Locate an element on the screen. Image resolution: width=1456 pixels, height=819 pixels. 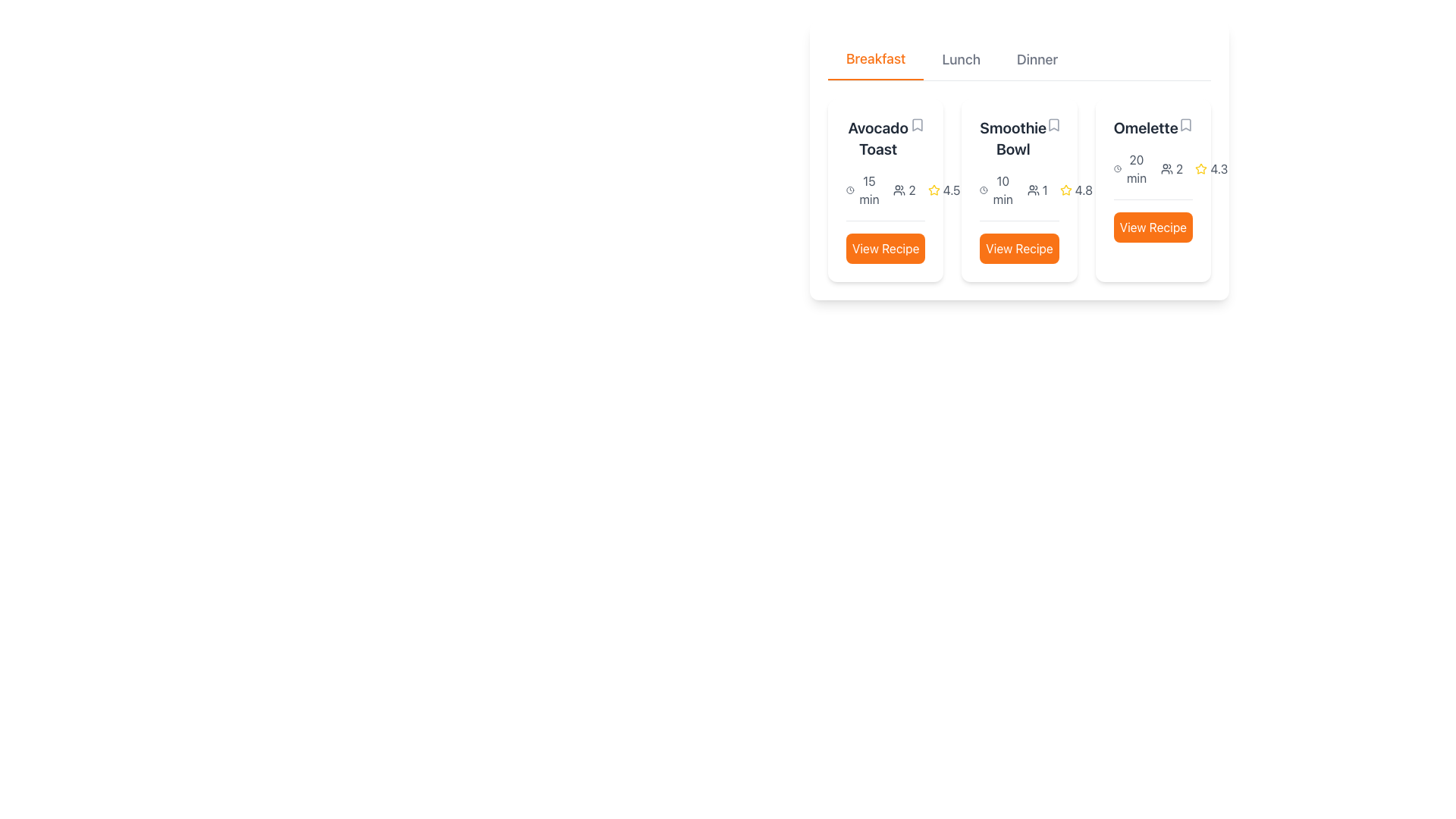
displayed information of the Informational display located below the title 'Avocado Toast' and above the 'View Recipe' button, which shows '15 min' with a clock icon on the left and '2' with a group icon on the right is located at coordinates (886, 189).